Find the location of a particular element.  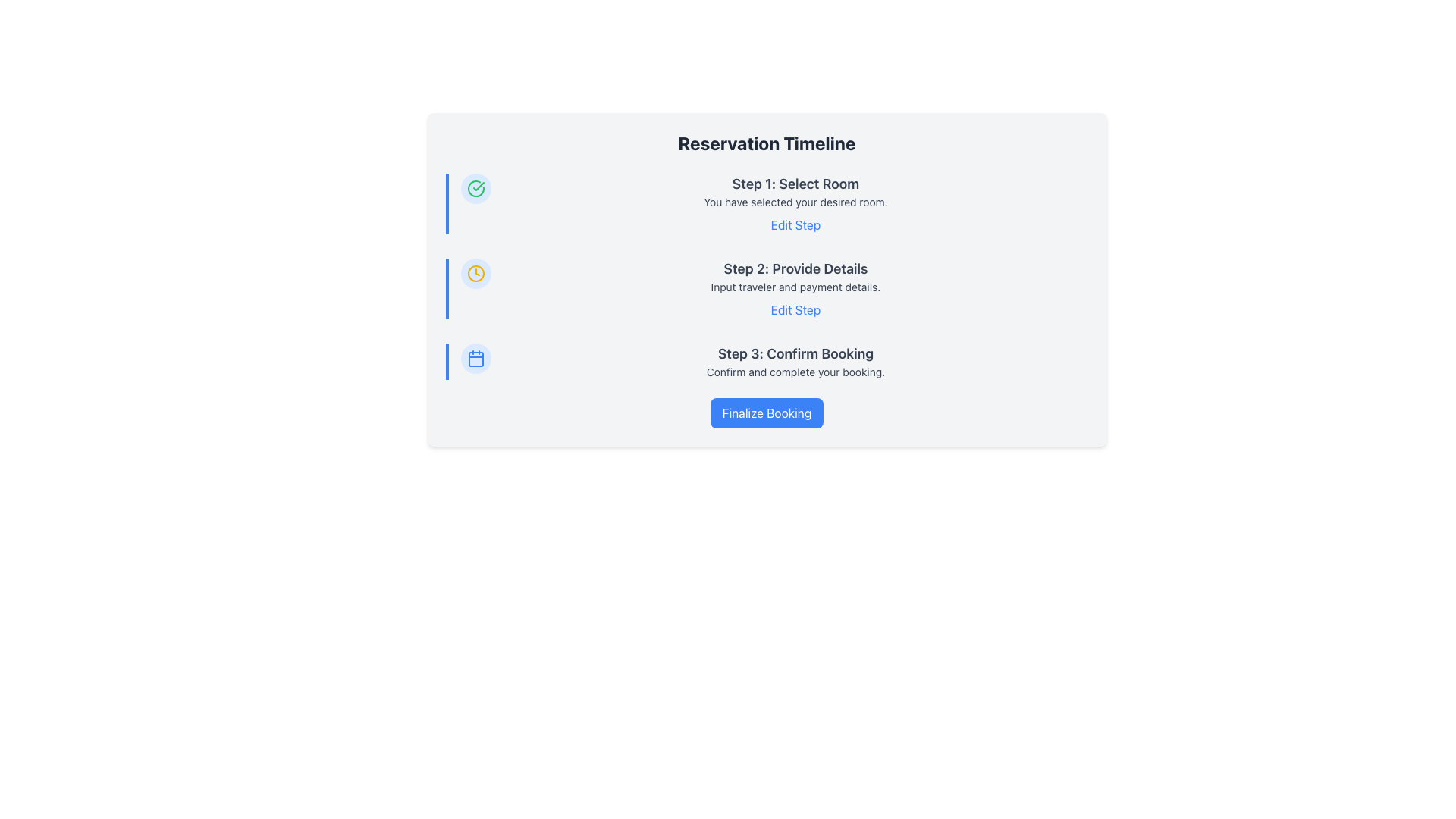

the controls adjacent to the 'Step 3: Confirm Booking' informational section to proceed with the booking process is located at coordinates (767, 362).